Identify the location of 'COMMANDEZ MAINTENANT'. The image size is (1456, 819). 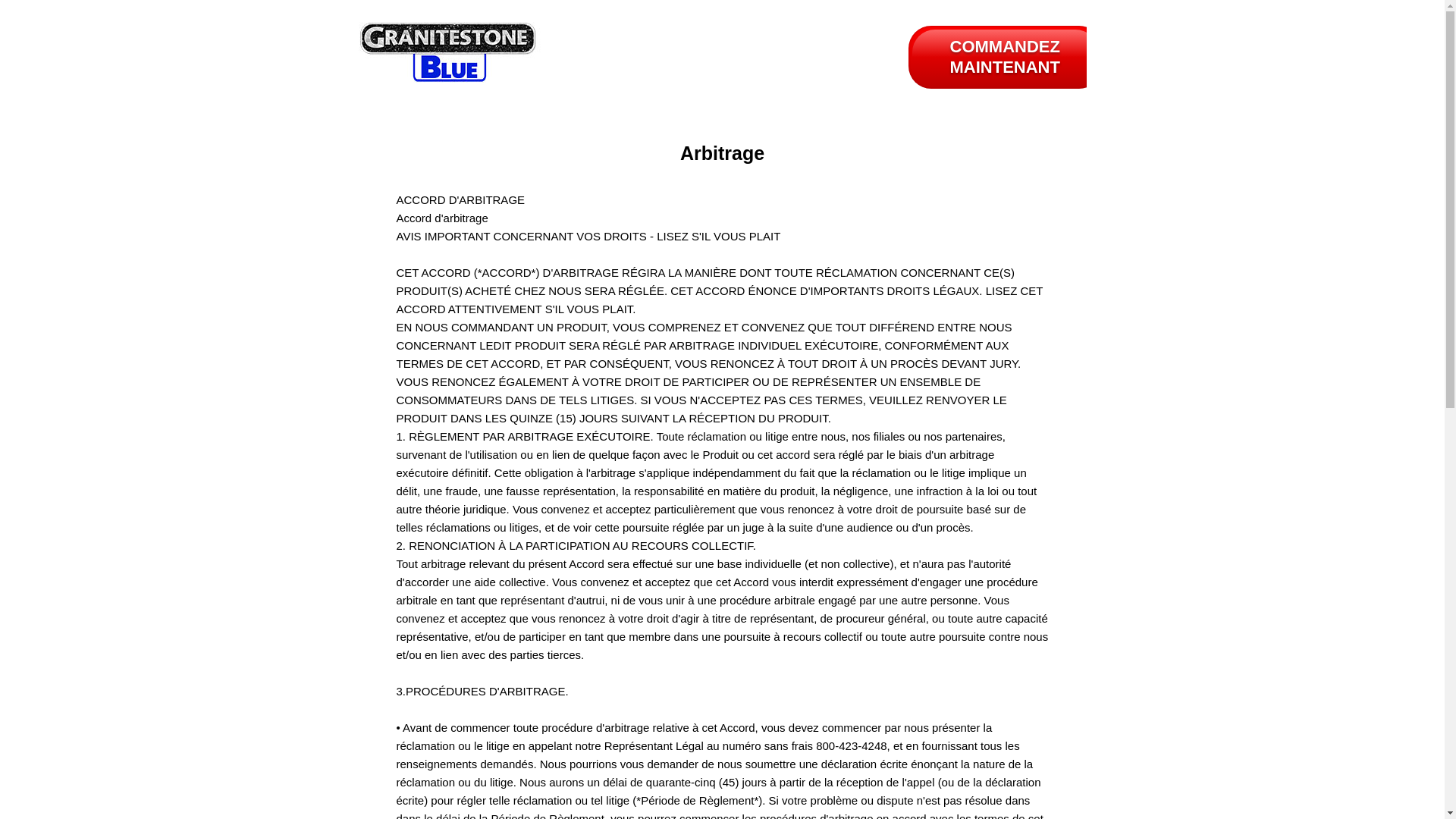
(1005, 56).